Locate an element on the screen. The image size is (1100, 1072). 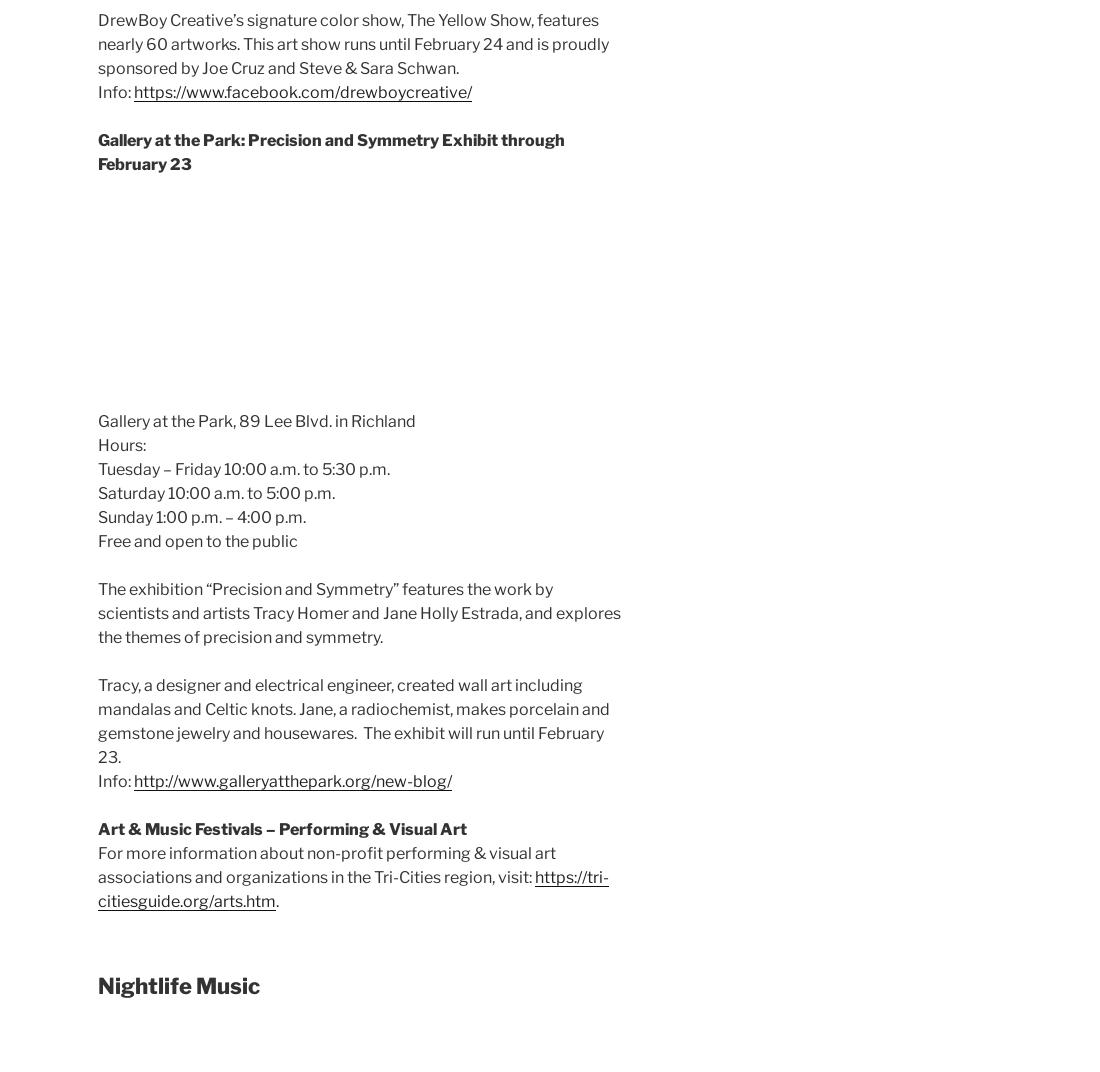
'Tracy, a designer and electrical engineer, created wall art including mandalas and Celtic knots. Jane, a radiochemist, makes porcelain and gemstone jewelry and housewares.  The exhibit will run until February 23.' is located at coordinates (98, 719).